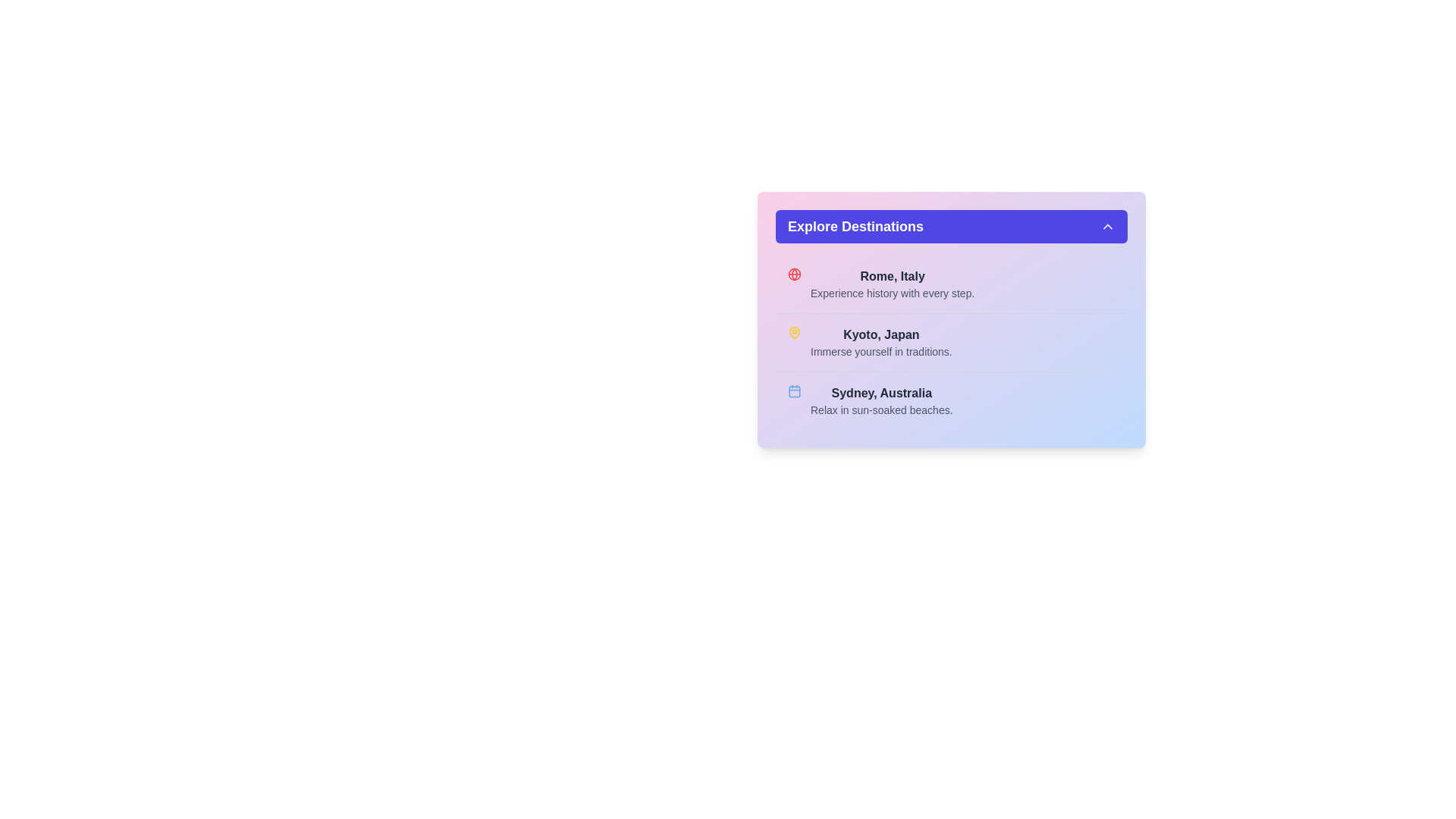  I want to click on the descriptive tagline text located below the headline 'Rome, Italy' in the 'Explore Destinations' section, so click(893, 293).